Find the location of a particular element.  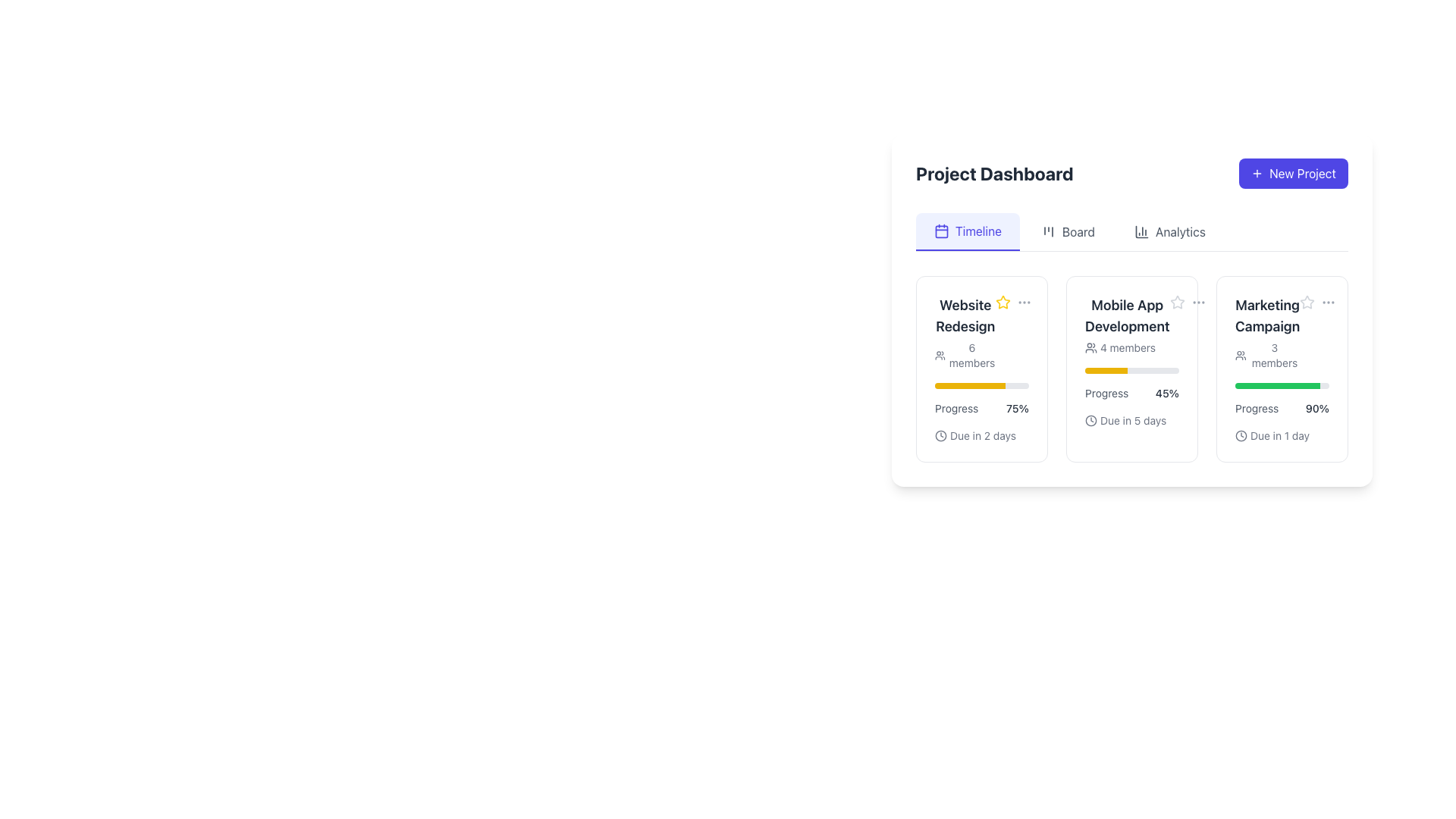

the star icon located at the top left inside the 'Website Redesign' card is located at coordinates (1003, 302).